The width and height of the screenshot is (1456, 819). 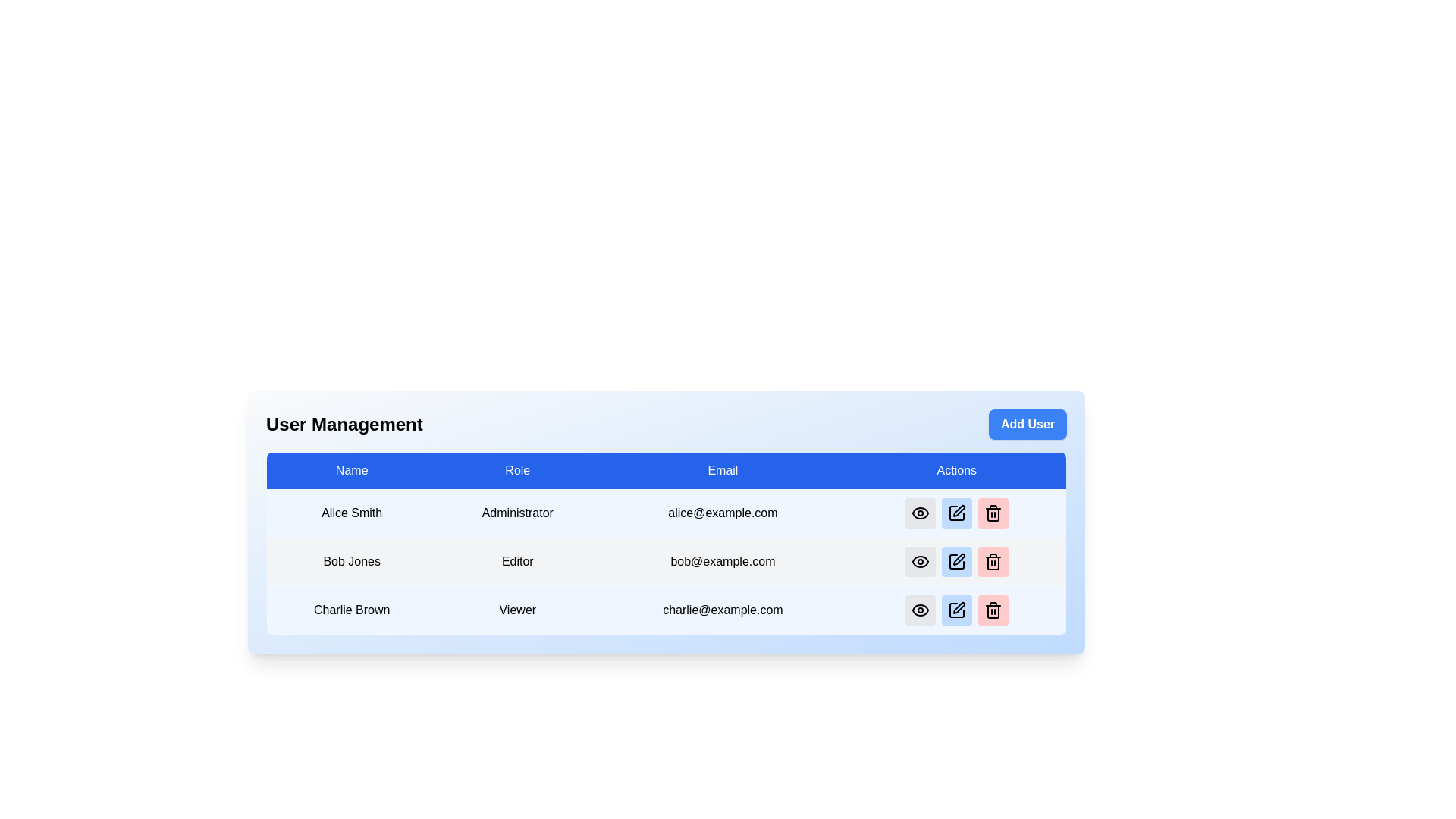 I want to click on the eye icon button in the 'Actions' column for Alice Smith, so click(x=919, y=513).